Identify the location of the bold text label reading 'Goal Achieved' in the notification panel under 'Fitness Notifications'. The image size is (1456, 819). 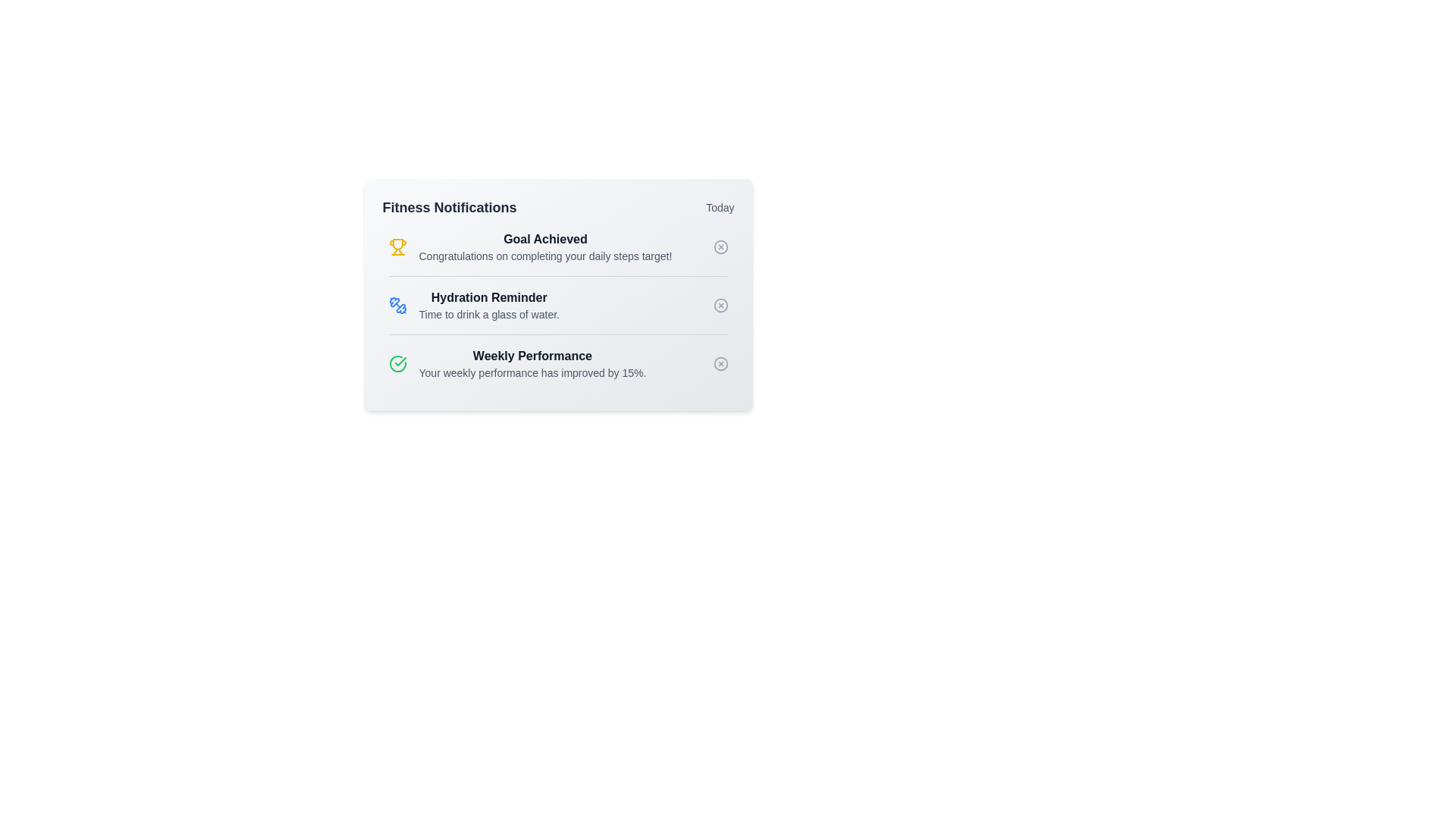
(545, 239).